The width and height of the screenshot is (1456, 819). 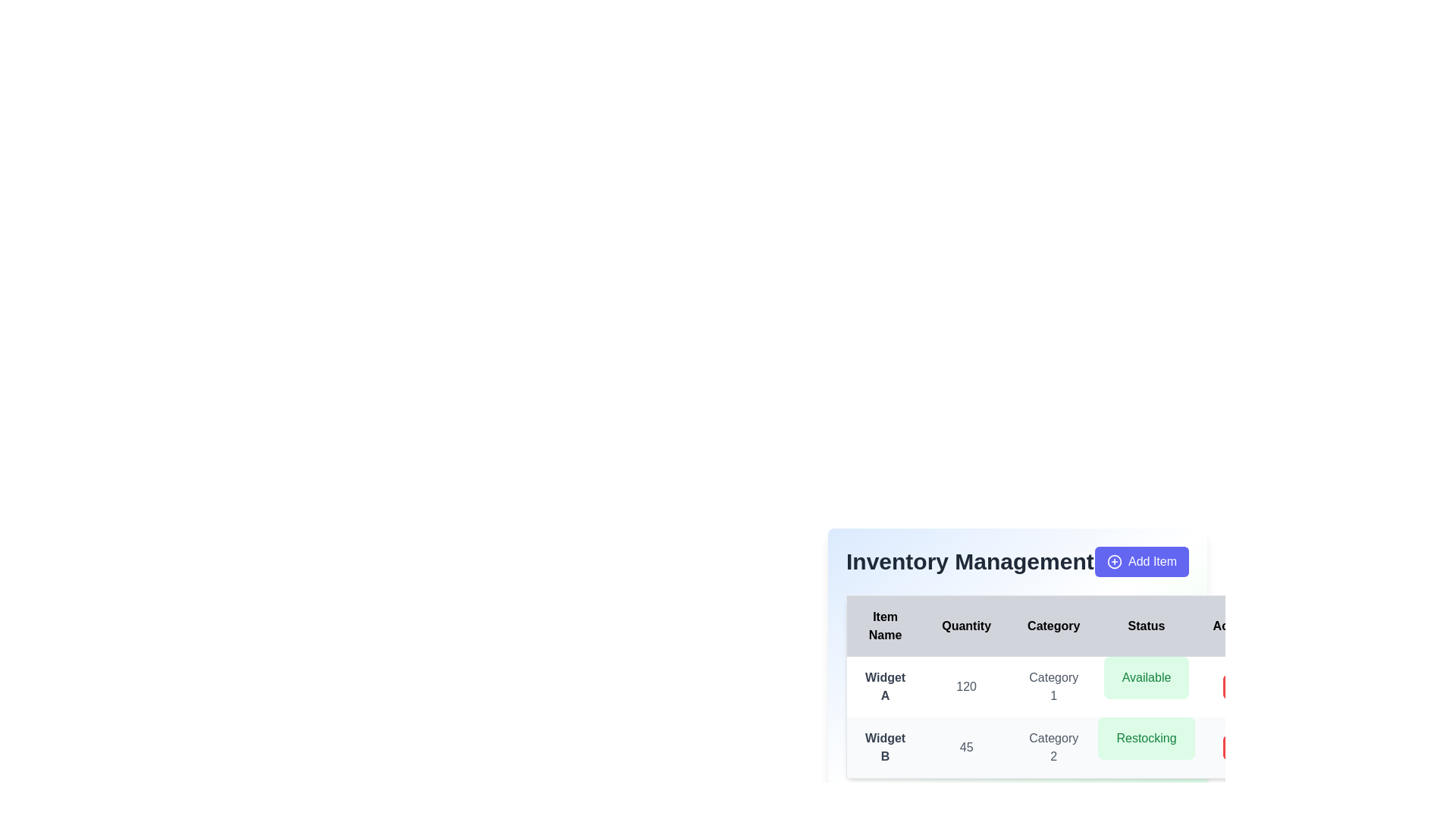 What do you see at coordinates (1147, 677) in the screenshot?
I see `the green button-like label displaying 'Available' in the 'Status' column of the first row in the table` at bounding box center [1147, 677].